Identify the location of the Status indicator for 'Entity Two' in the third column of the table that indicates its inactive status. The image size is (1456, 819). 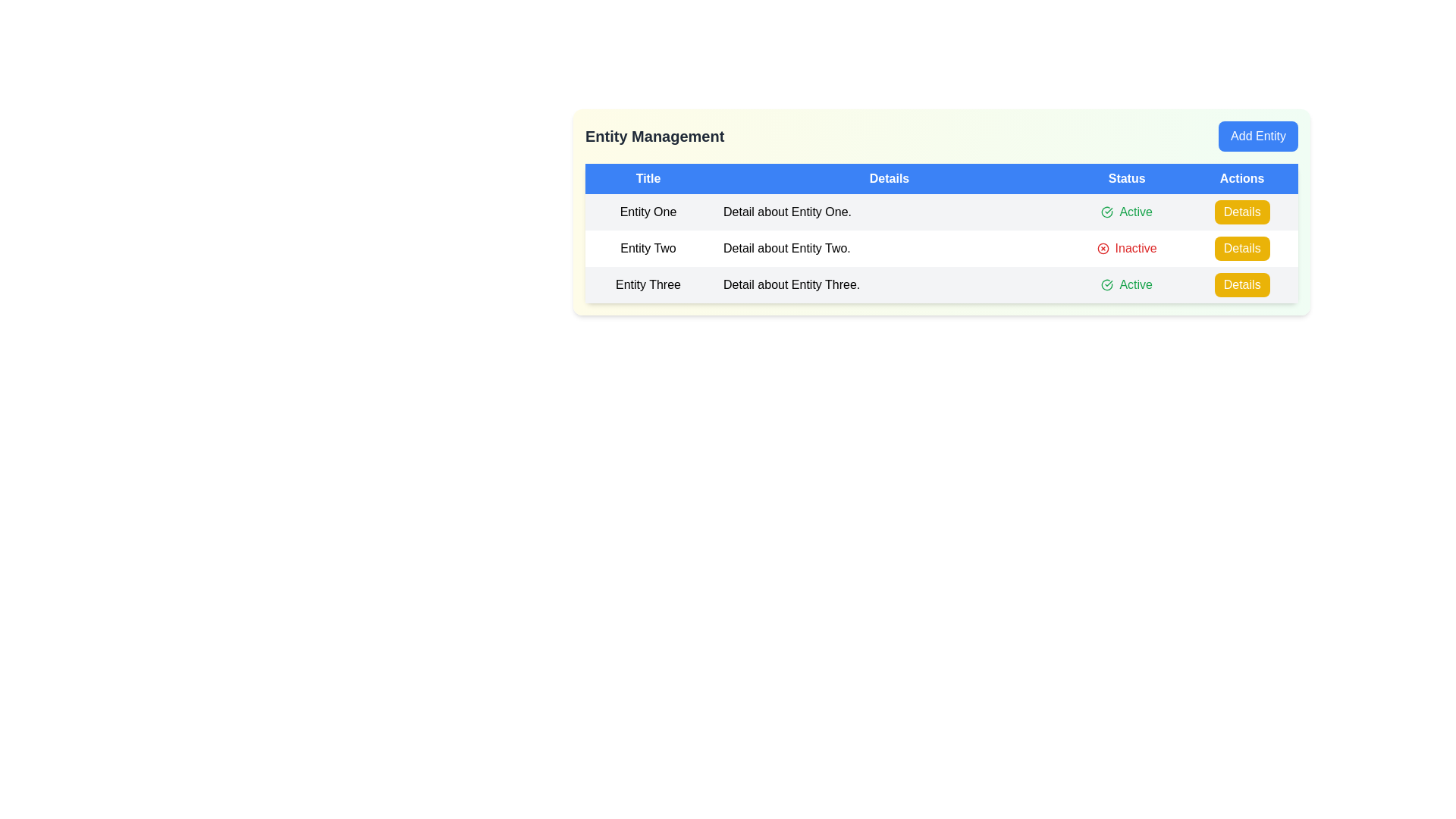
(1127, 247).